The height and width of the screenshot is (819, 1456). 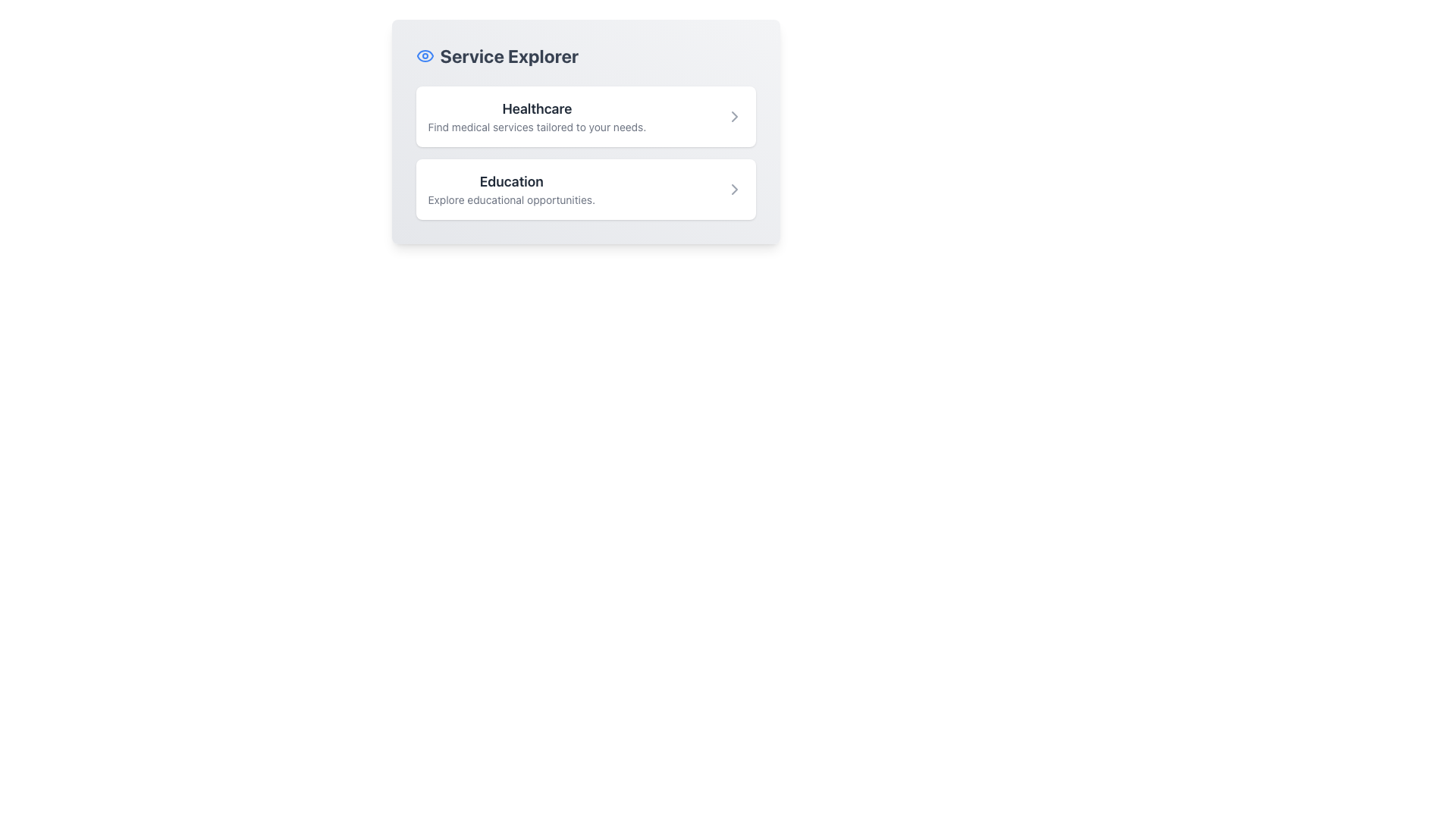 What do you see at coordinates (537, 127) in the screenshot?
I see `the descriptive subtitle text located below the 'Healthcare' title and above the navigation icon` at bounding box center [537, 127].